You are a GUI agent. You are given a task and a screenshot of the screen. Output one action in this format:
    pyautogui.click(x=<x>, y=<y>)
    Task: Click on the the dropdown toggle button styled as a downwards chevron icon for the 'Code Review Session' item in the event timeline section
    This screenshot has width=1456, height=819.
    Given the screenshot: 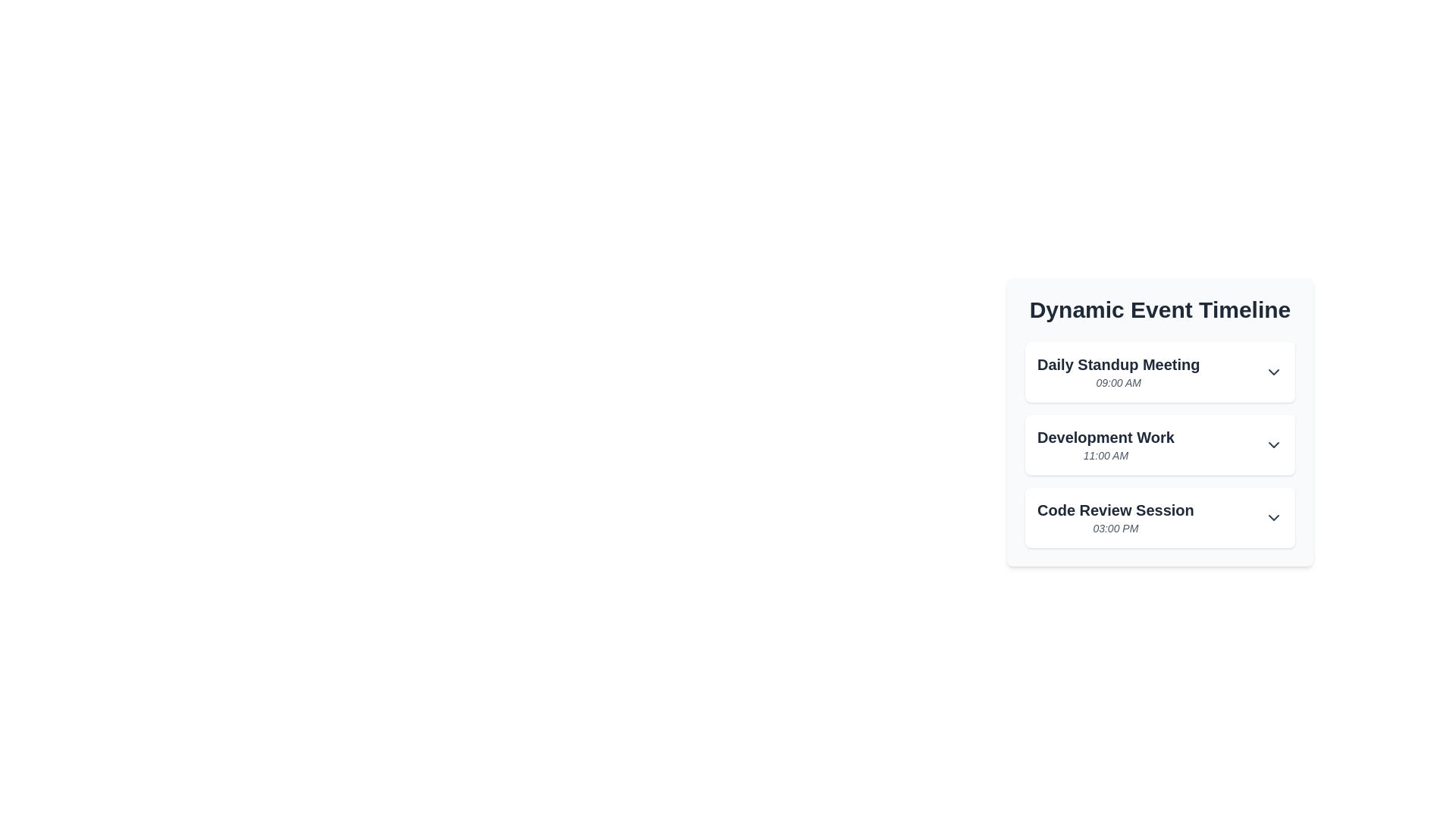 What is the action you would take?
    pyautogui.click(x=1274, y=516)
    